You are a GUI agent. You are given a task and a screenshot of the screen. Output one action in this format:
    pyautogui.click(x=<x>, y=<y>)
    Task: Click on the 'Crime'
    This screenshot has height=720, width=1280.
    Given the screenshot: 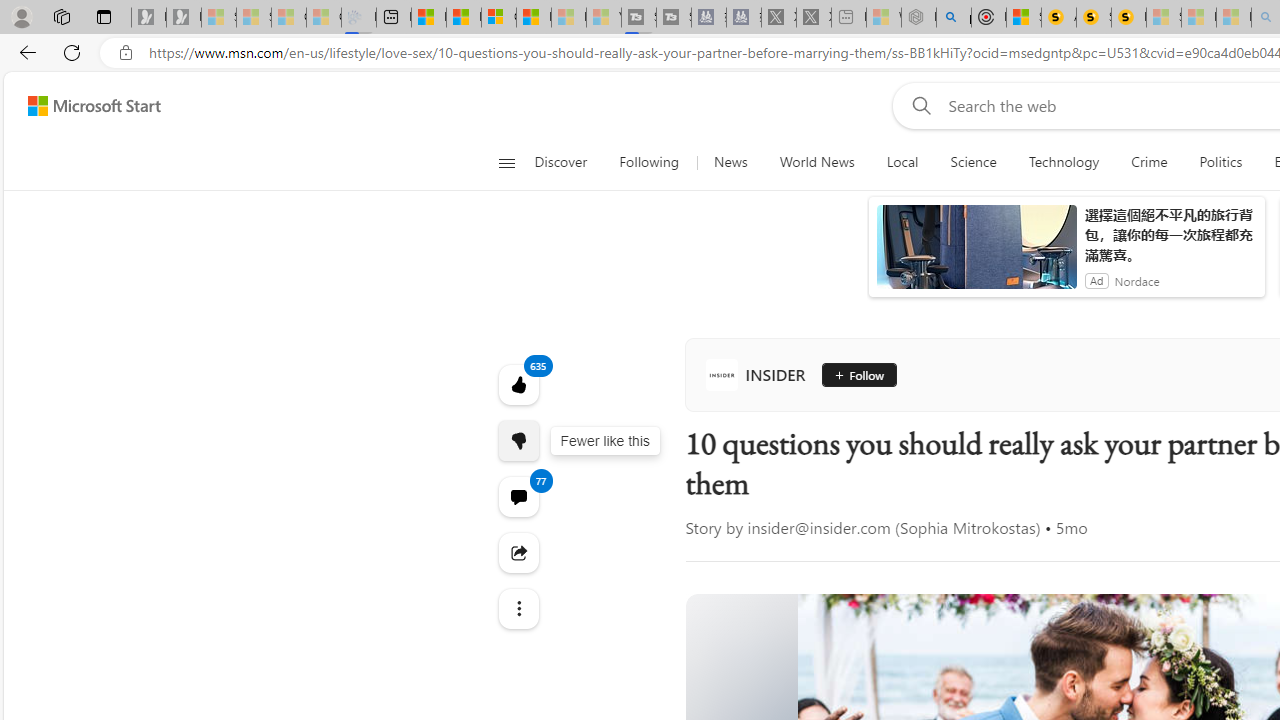 What is the action you would take?
    pyautogui.click(x=1149, y=162)
    